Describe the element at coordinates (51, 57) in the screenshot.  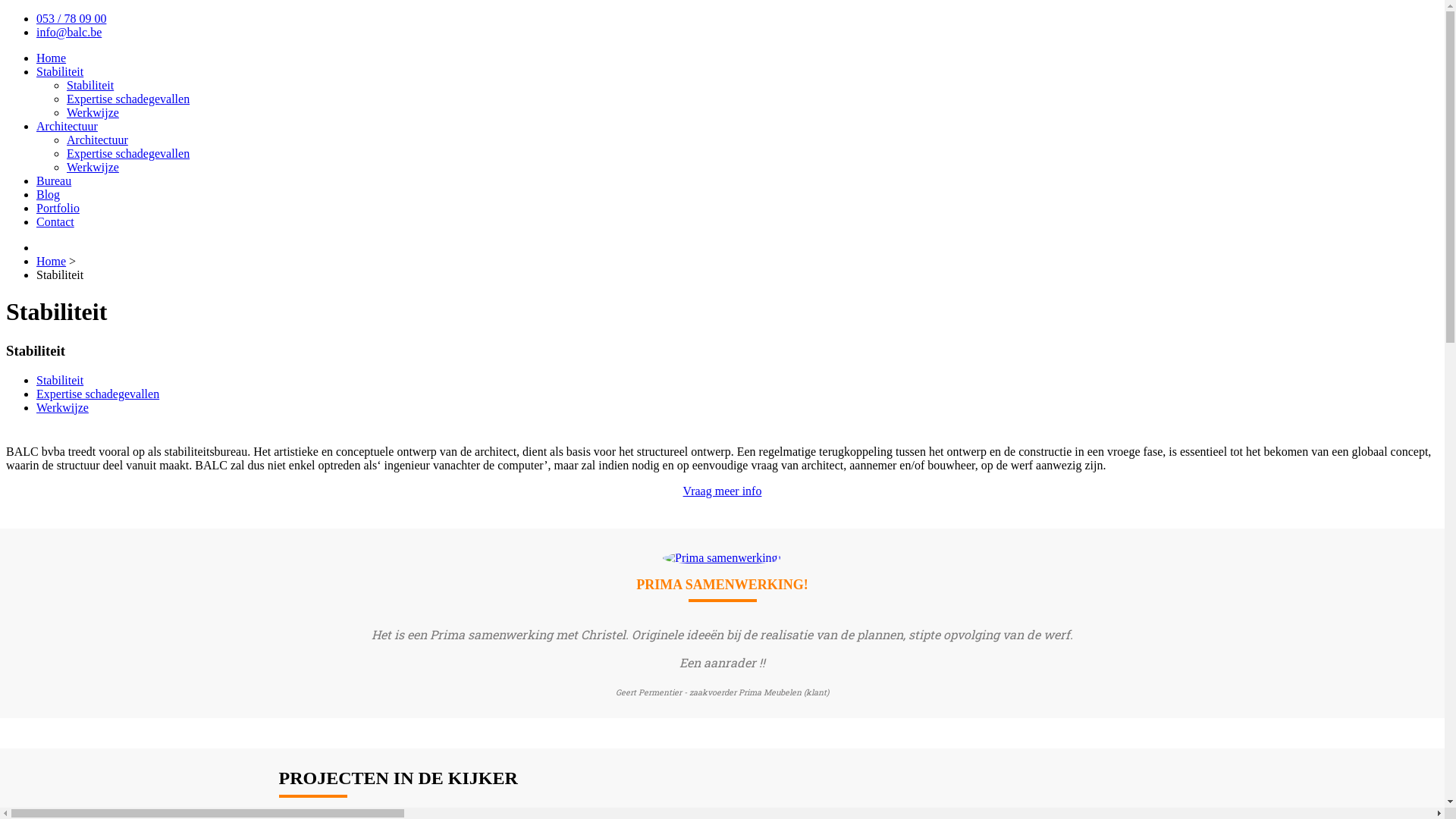
I see `'Home'` at that location.